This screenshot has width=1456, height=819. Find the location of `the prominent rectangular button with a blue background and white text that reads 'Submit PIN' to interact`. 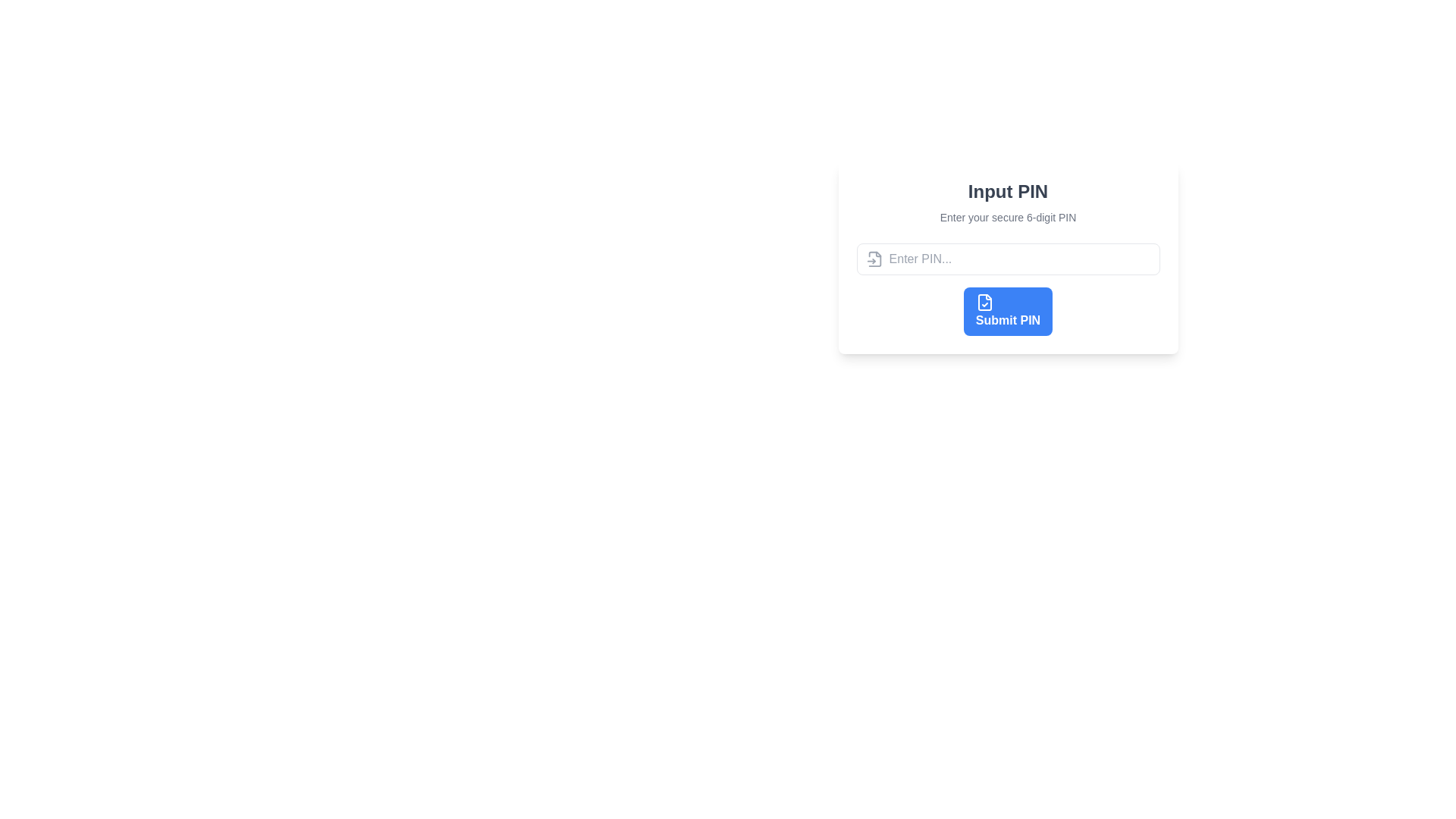

the prominent rectangular button with a blue background and white text that reads 'Submit PIN' to interact is located at coordinates (1008, 289).